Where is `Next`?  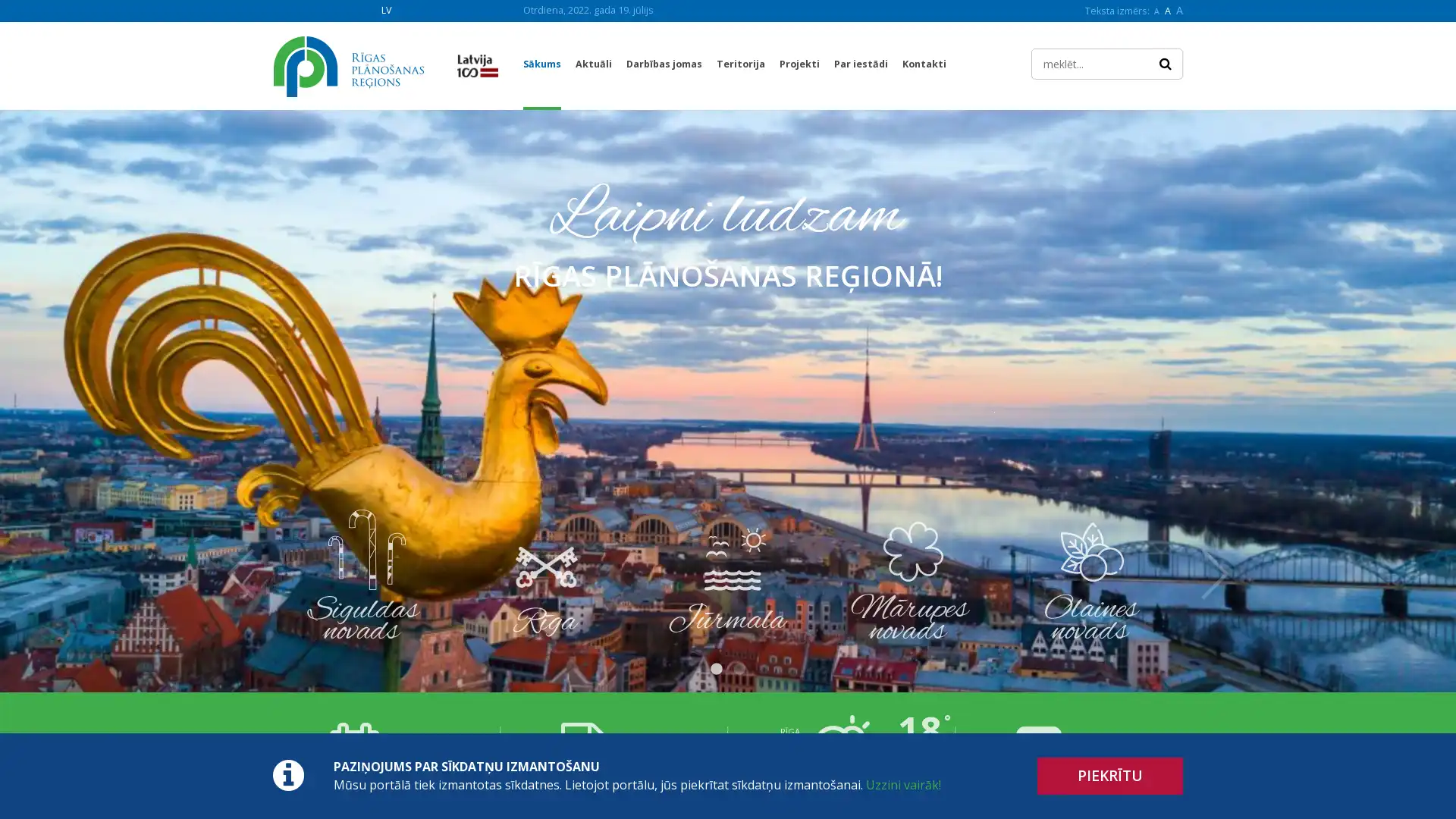 Next is located at coordinates (1215, 573).